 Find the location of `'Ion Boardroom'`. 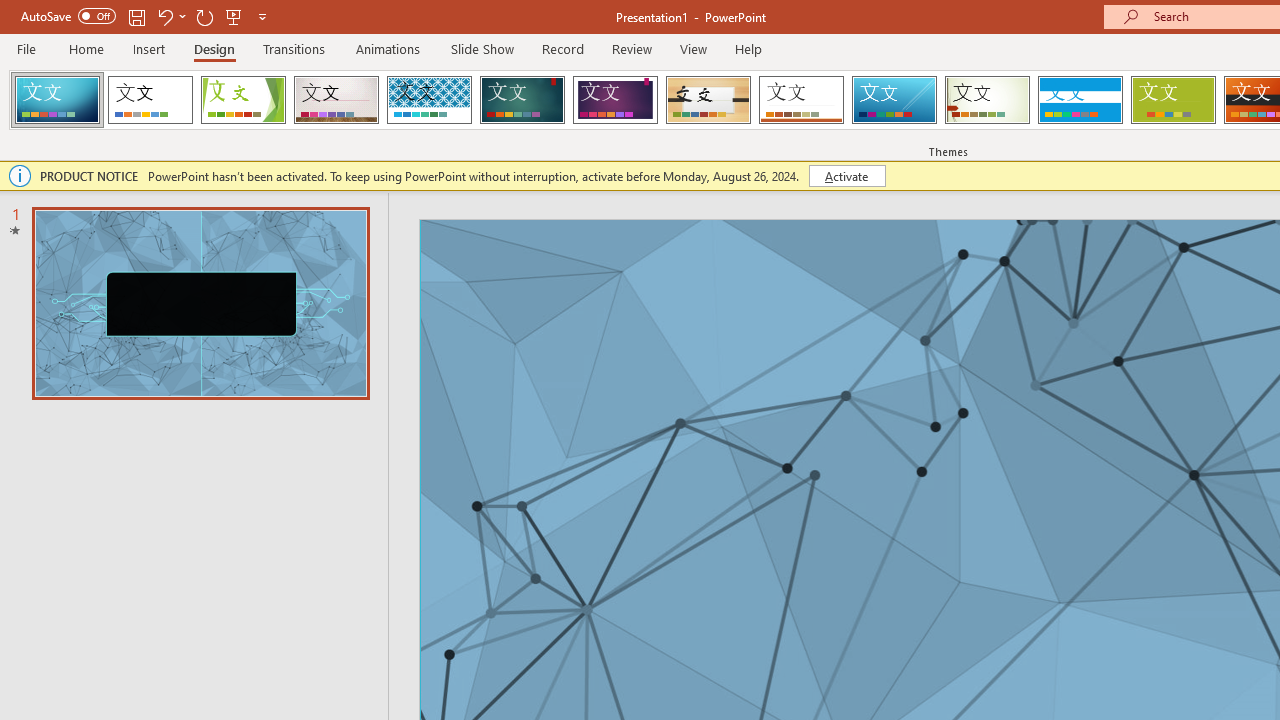

'Ion Boardroom' is located at coordinates (614, 100).